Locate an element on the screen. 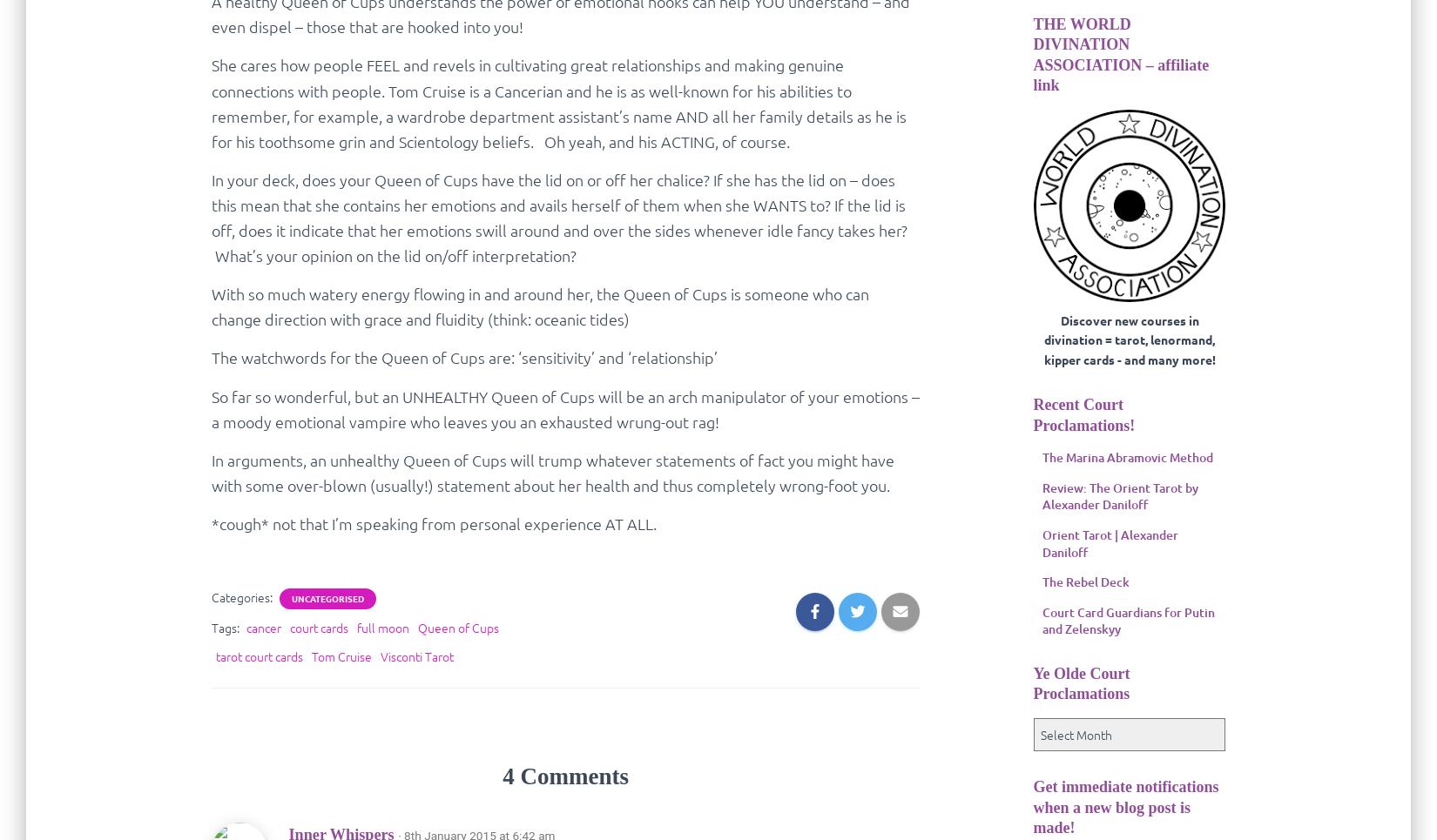  'Review: The Orient Tarot by Alexander Daniloff' is located at coordinates (1118, 495).